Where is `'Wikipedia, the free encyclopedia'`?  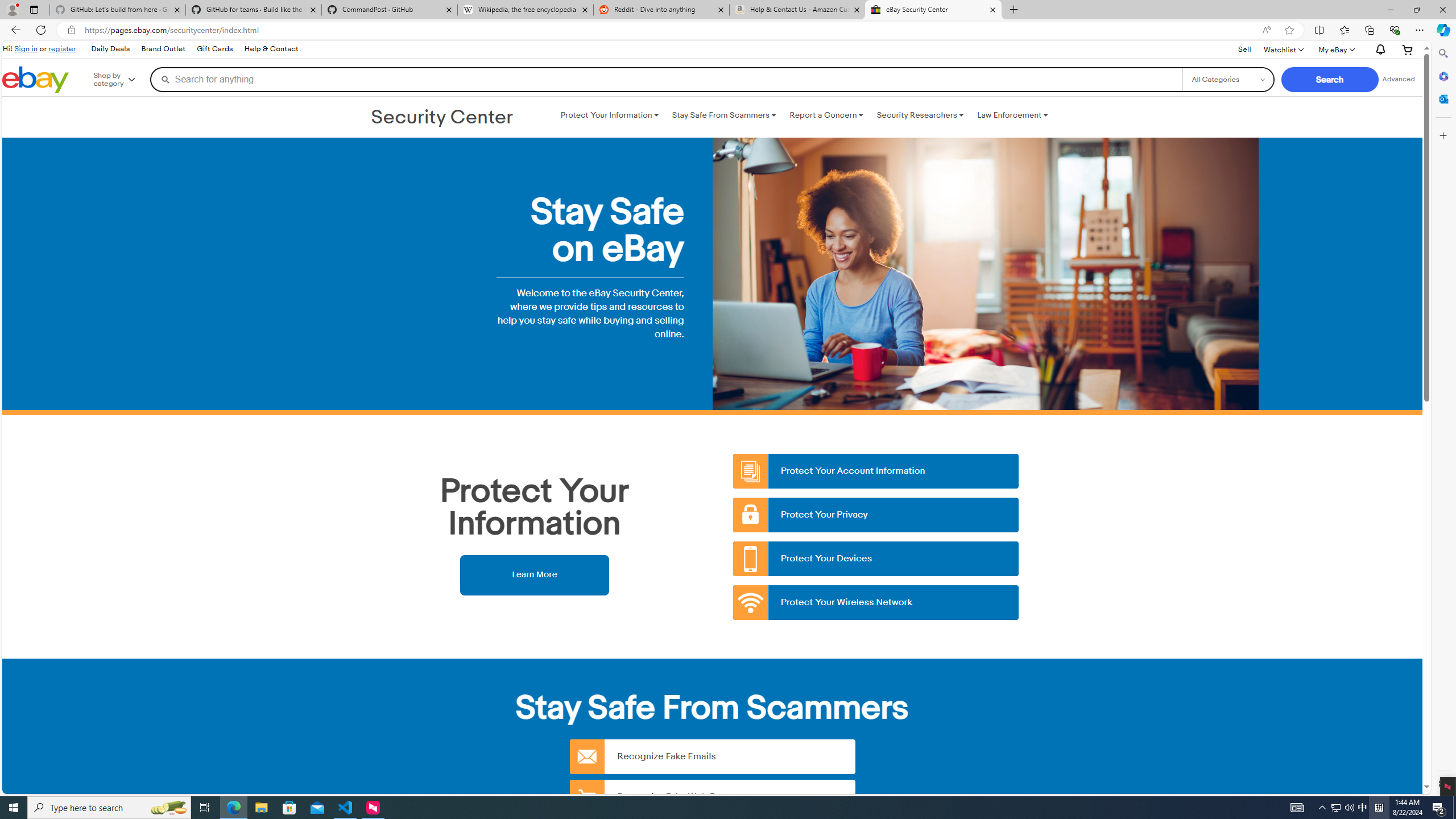
'Wikipedia, the free encyclopedia' is located at coordinates (526, 9).